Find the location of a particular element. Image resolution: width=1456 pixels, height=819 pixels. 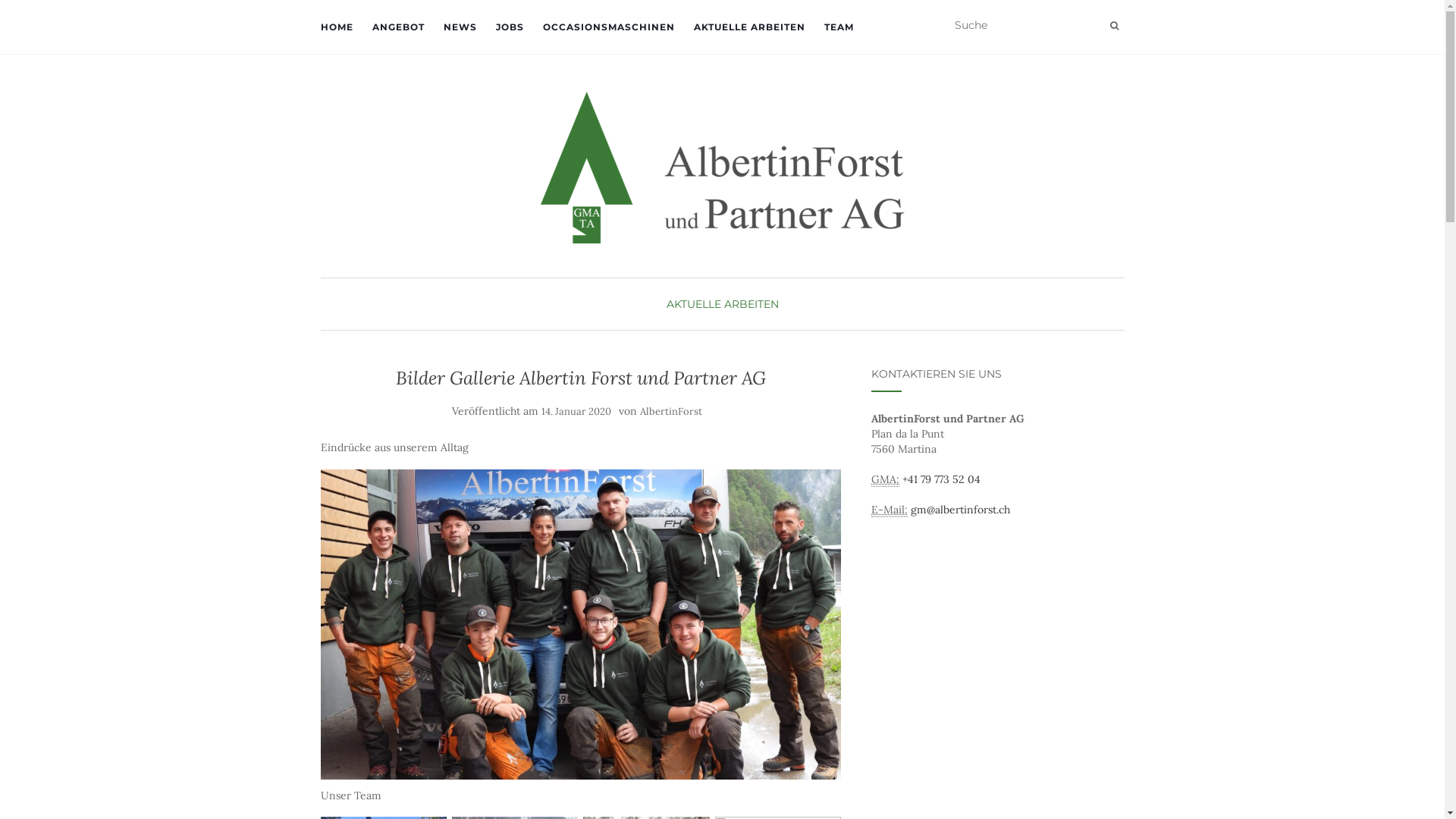

'gm@albertinforst.ch' is located at coordinates (959, 509).